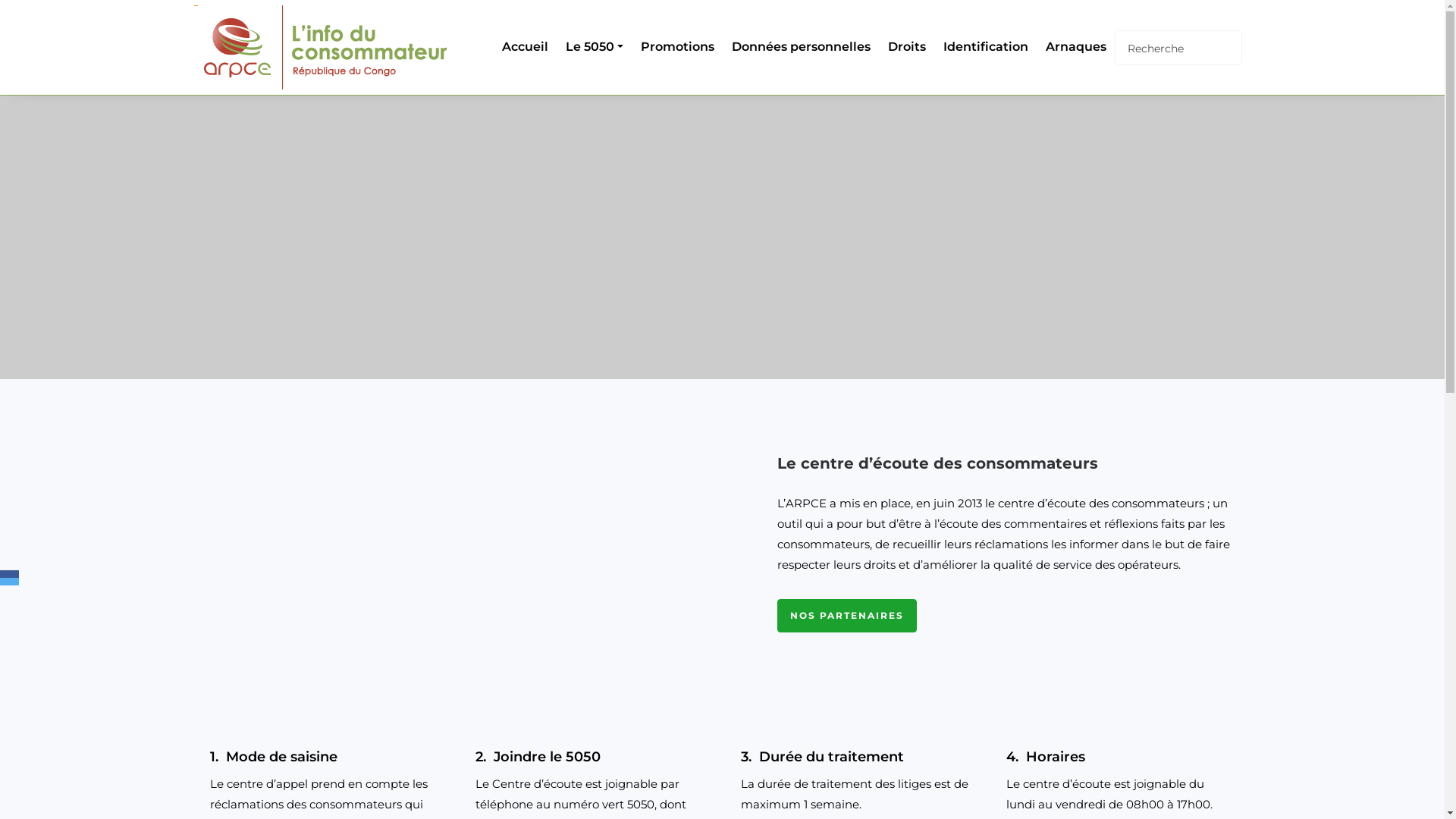 The height and width of the screenshot is (819, 1456). What do you see at coordinates (591, 46) in the screenshot?
I see `'Le 5050'` at bounding box center [591, 46].